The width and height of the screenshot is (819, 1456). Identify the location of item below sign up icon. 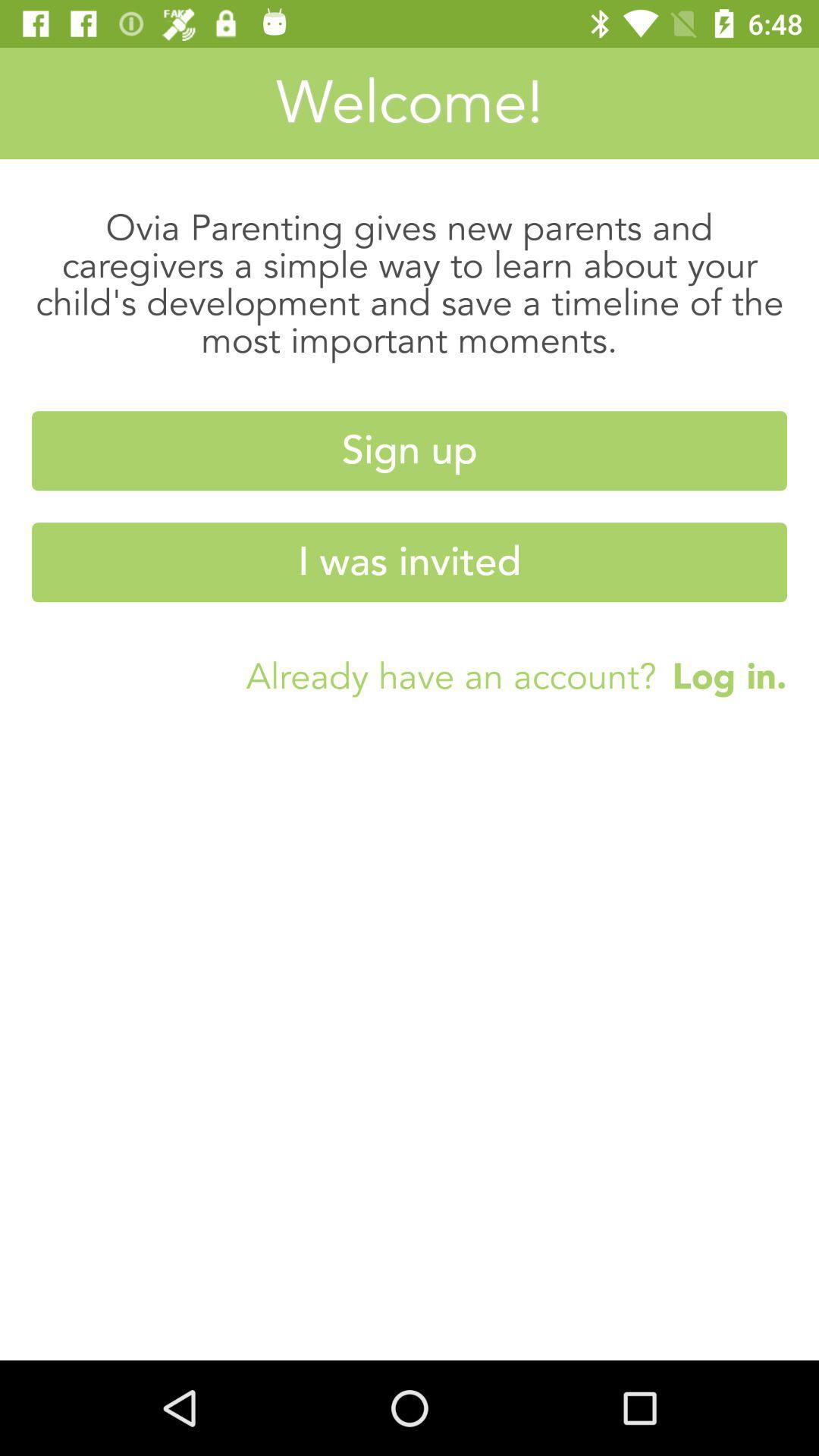
(409, 561).